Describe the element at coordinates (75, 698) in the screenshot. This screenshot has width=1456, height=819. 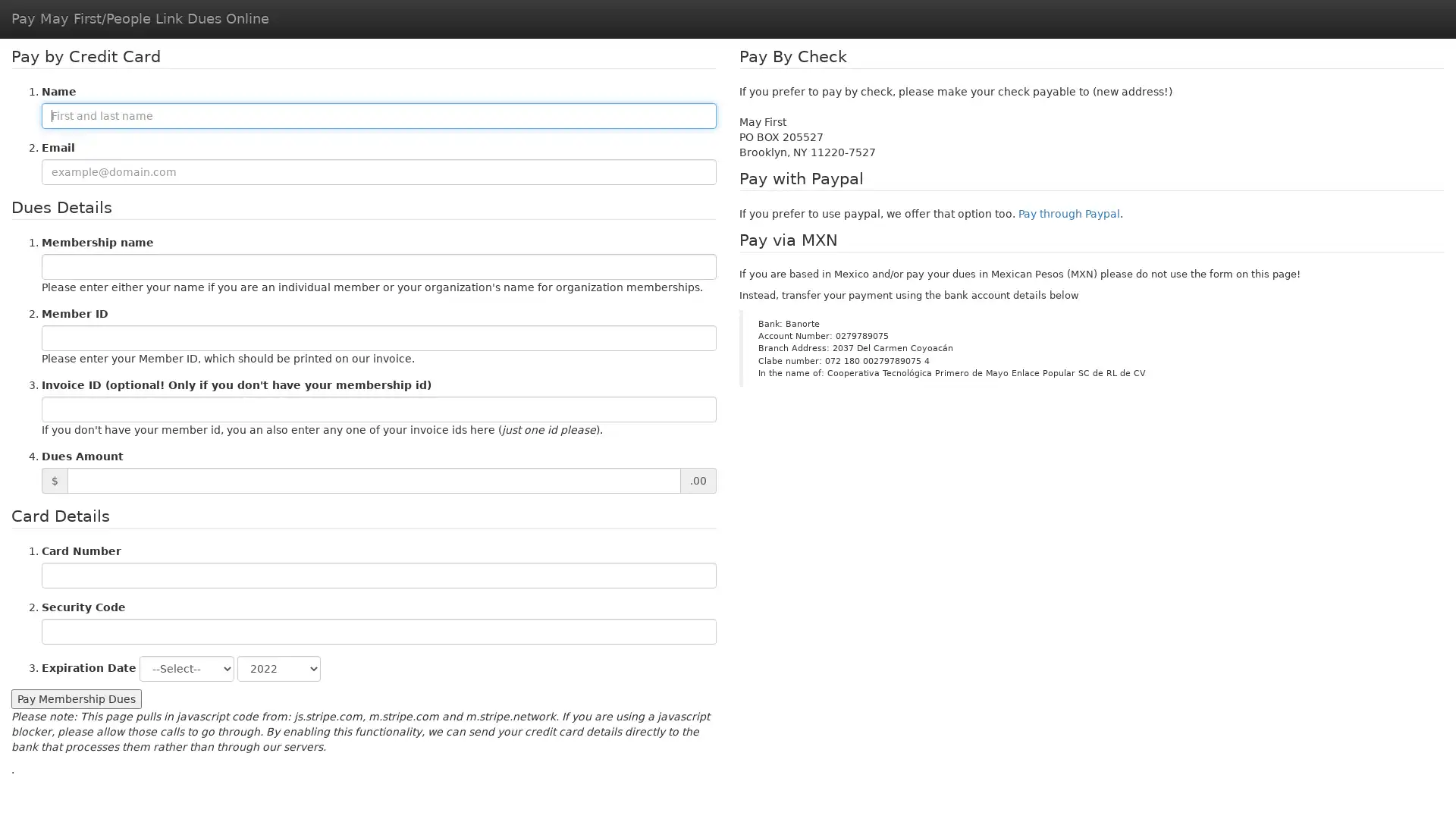
I see `Pay Membership Dues` at that location.